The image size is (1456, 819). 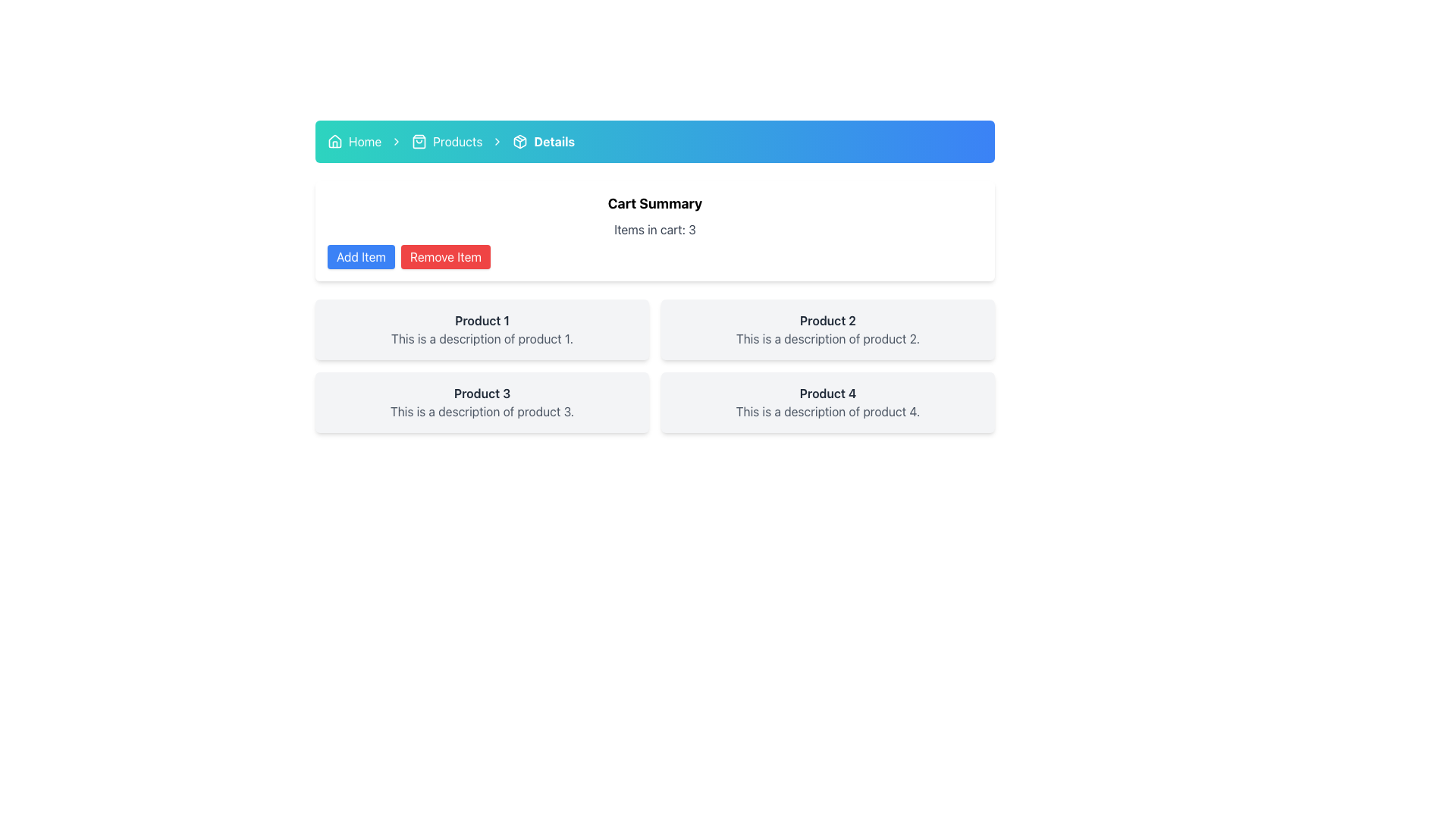 What do you see at coordinates (360, 256) in the screenshot?
I see `the blue 'Add Item' button with white text` at bounding box center [360, 256].